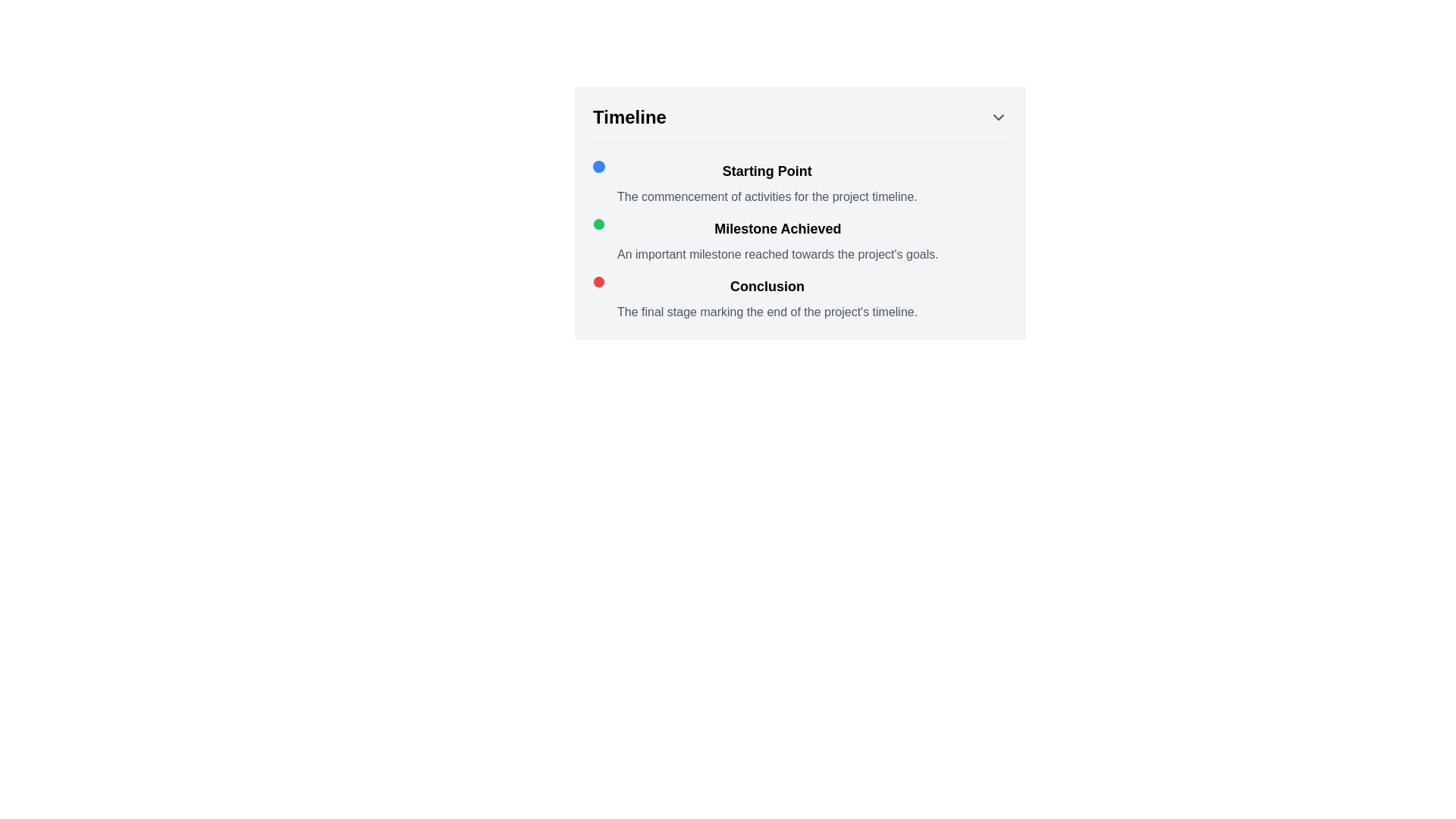  I want to click on the second milestone in the vertically arranged timeline component, which is located below 'Starting Point' and above 'Conclusion.', so click(777, 240).